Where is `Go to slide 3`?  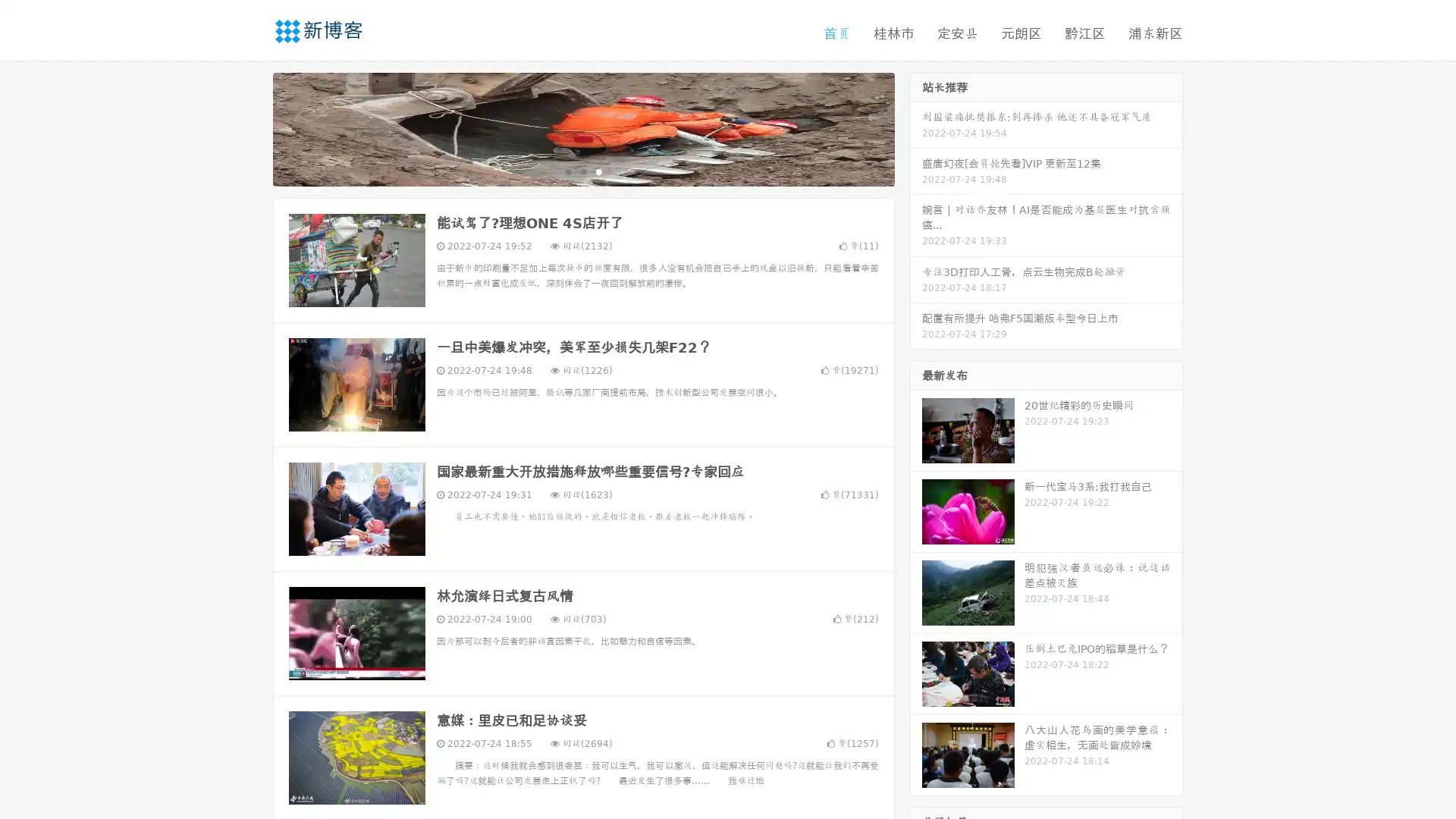 Go to slide 3 is located at coordinates (598, 171).